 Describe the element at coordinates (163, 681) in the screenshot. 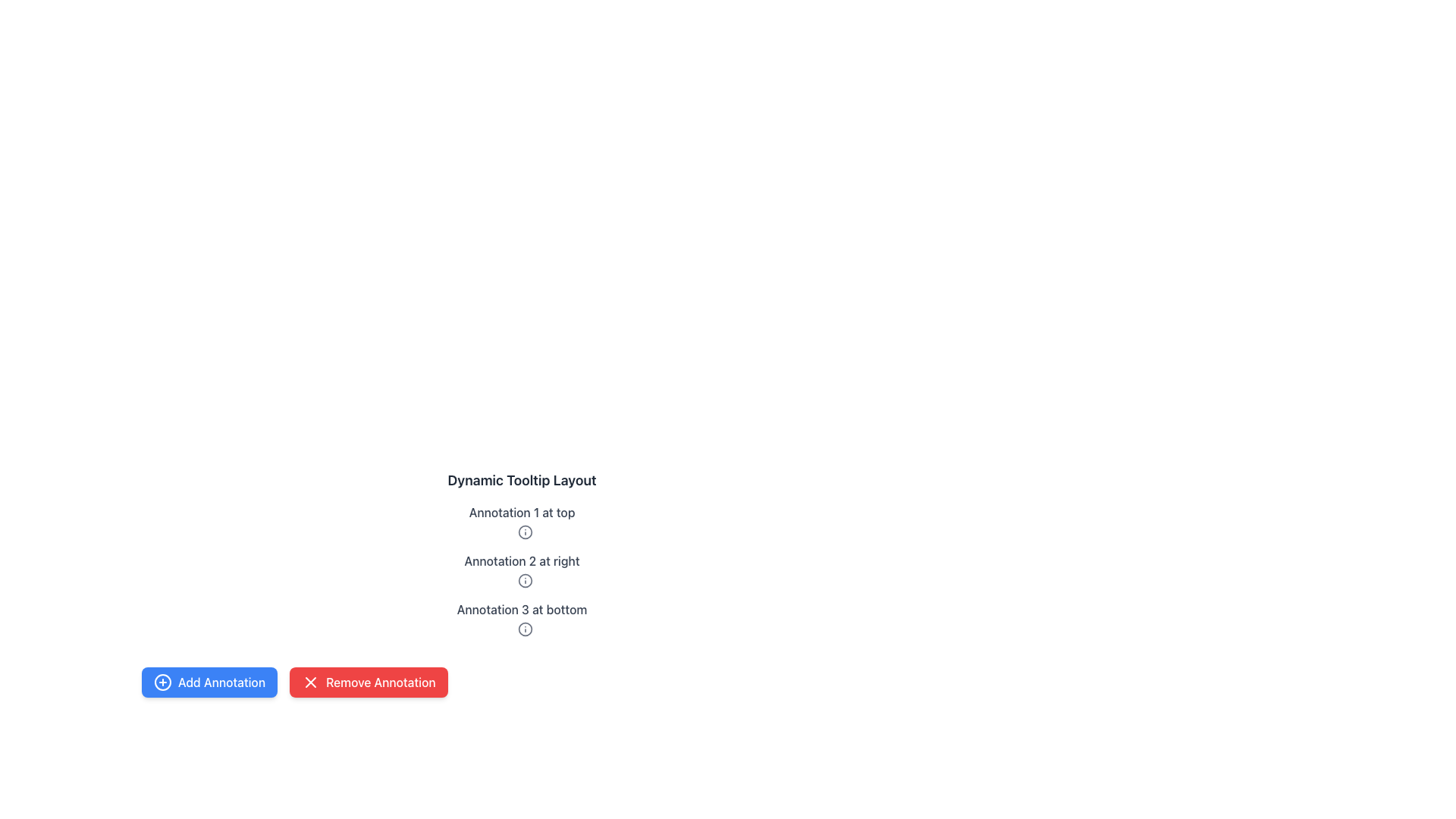

I see `the circular icon with a plus sign at the center, which is part of the 'Add Annotation' button located on the left side of the footer section` at that location.